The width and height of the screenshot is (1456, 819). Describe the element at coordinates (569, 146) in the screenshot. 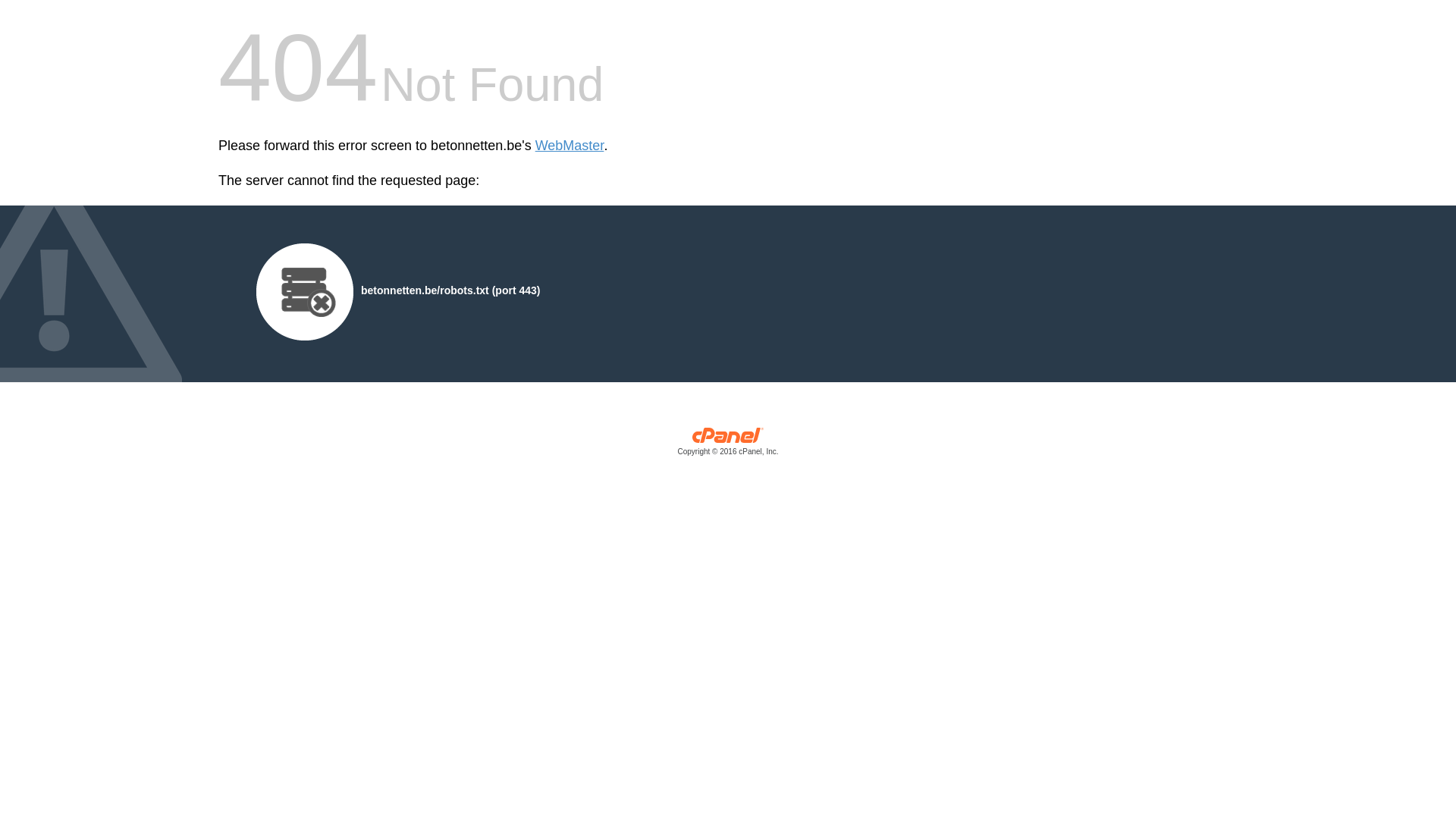

I see `'WebMaster'` at that location.